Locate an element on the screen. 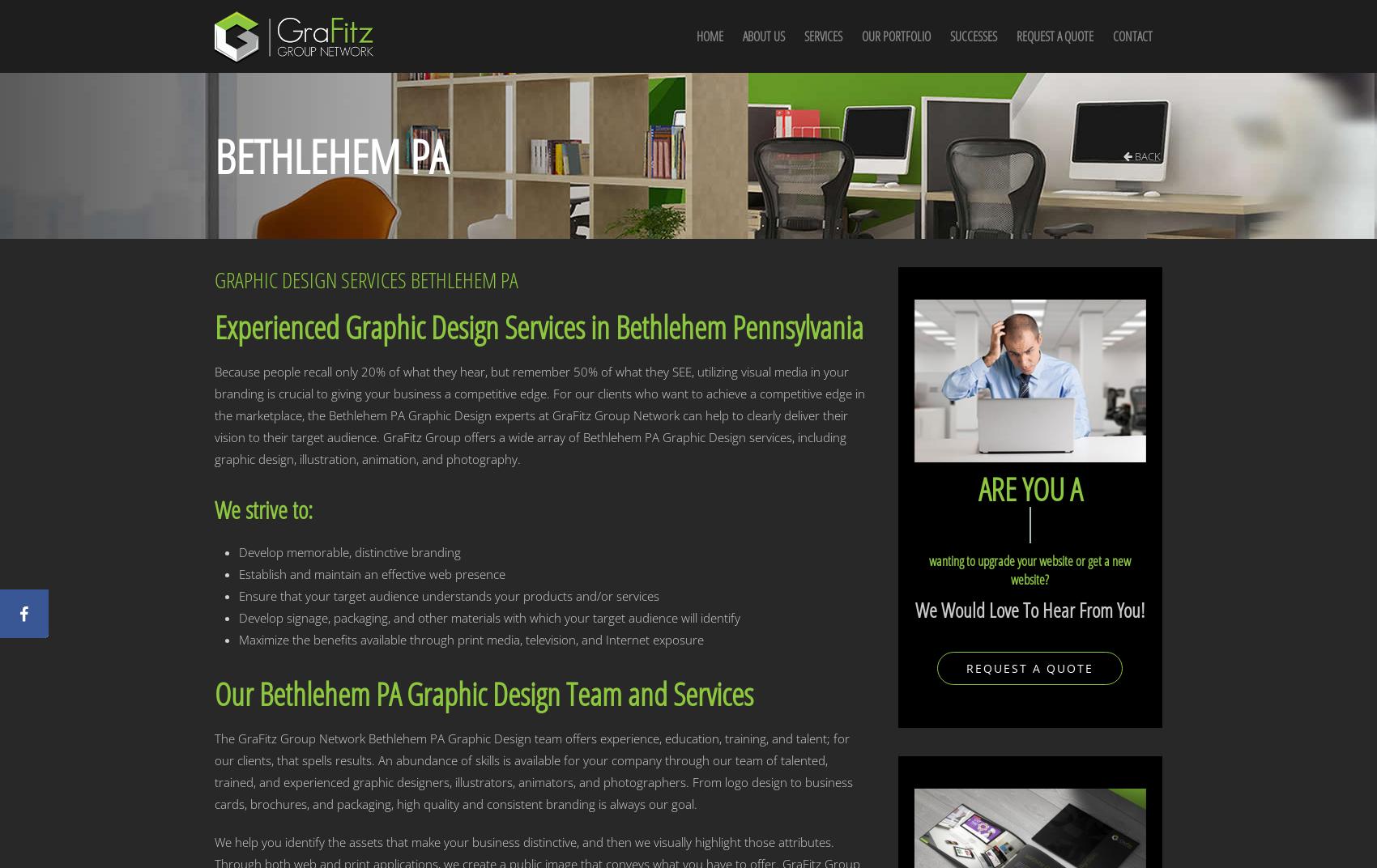  'ARE YOU A' is located at coordinates (1028, 487).